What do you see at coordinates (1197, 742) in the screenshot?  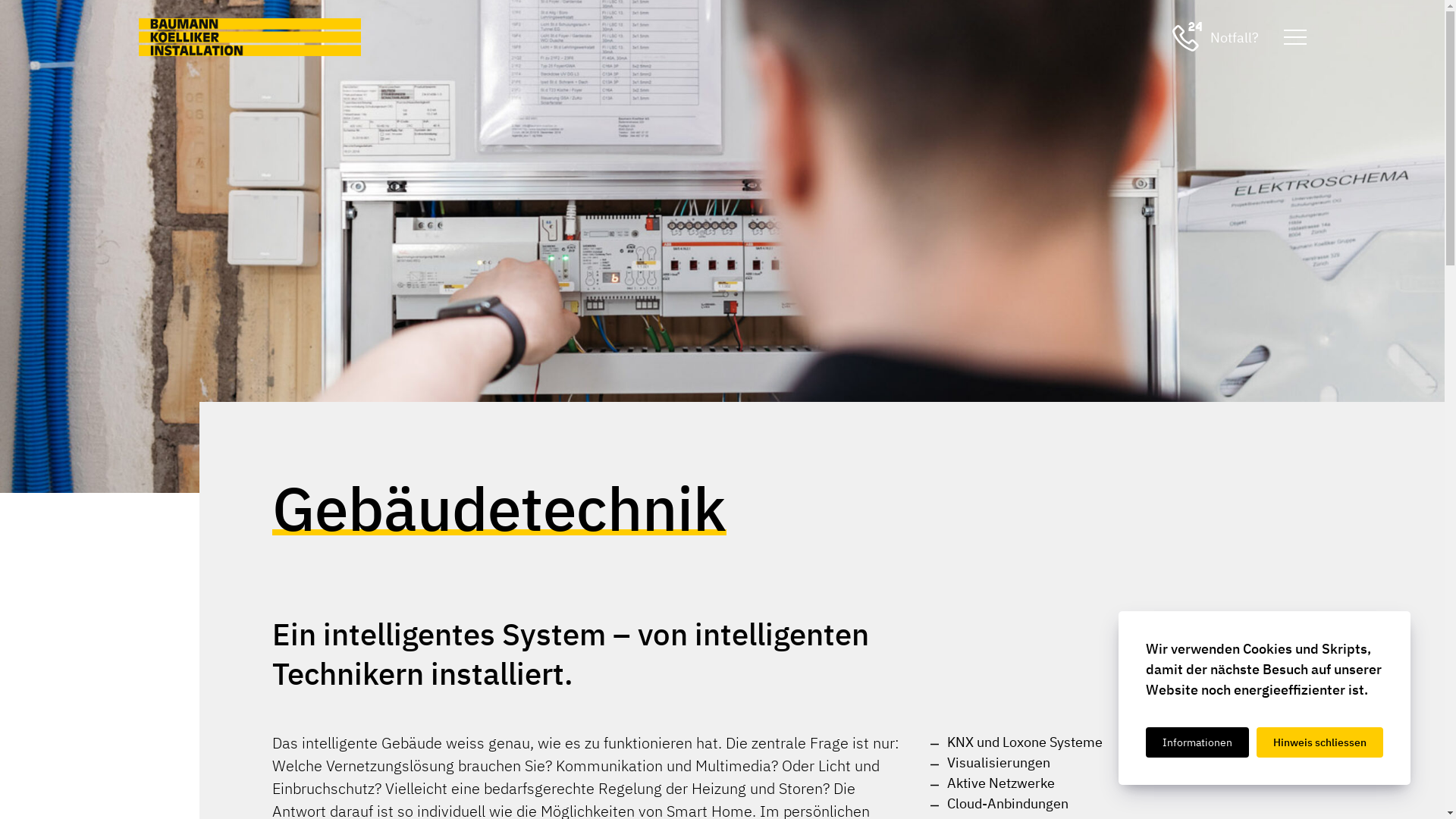 I see `'Informationen'` at bounding box center [1197, 742].